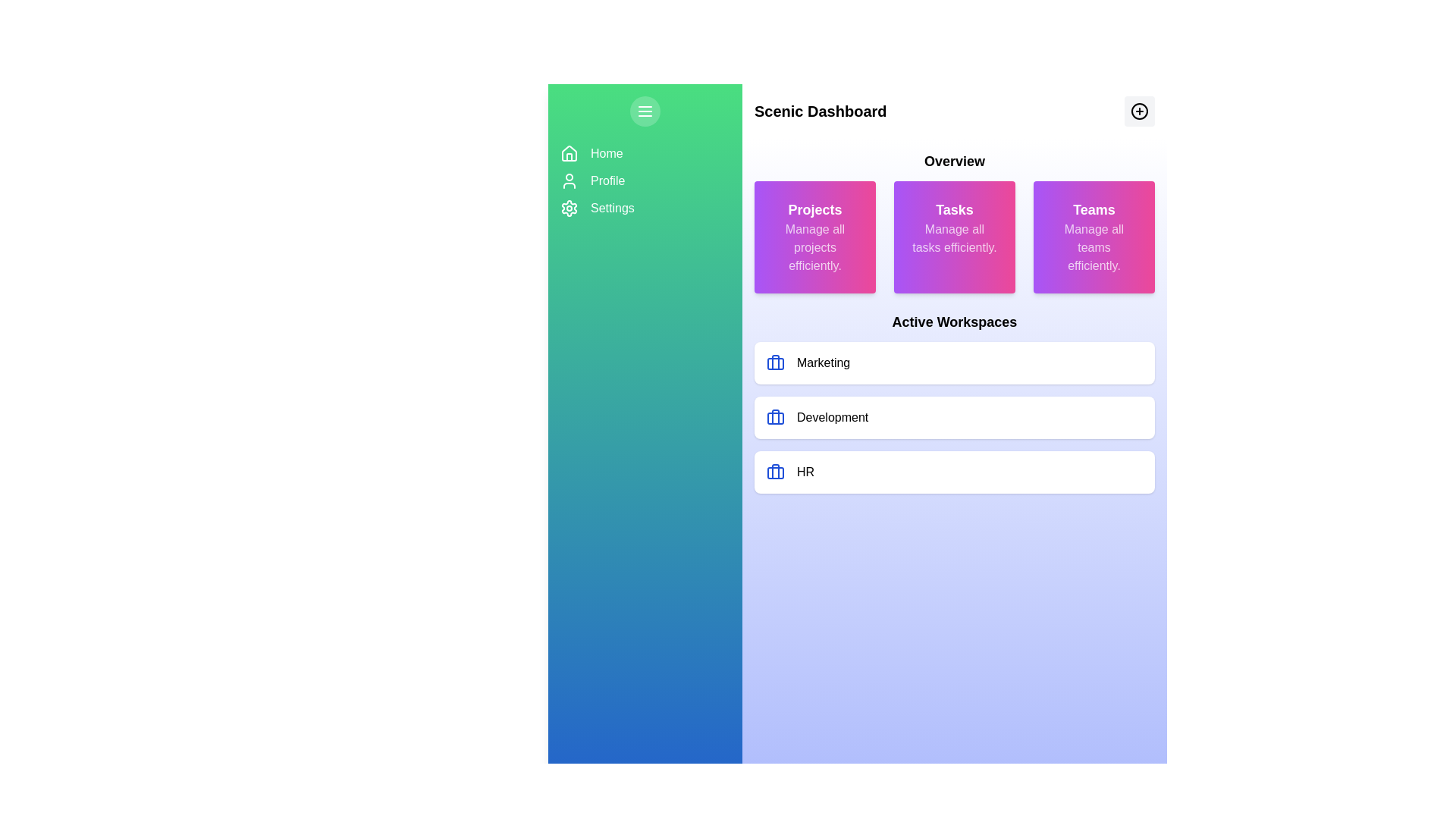 This screenshot has height=819, width=1456. Describe the element at coordinates (820, 110) in the screenshot. I see `text of the header element located at the top center of the dashboard interface, which serves as the title for the page` at that location.